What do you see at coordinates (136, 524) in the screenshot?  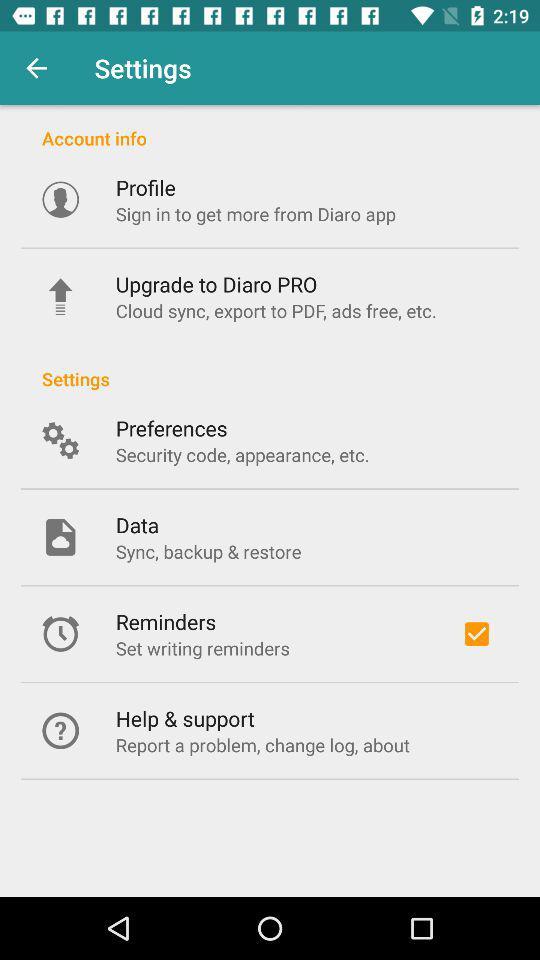 I see `the data` at bounding box center [136, 524].